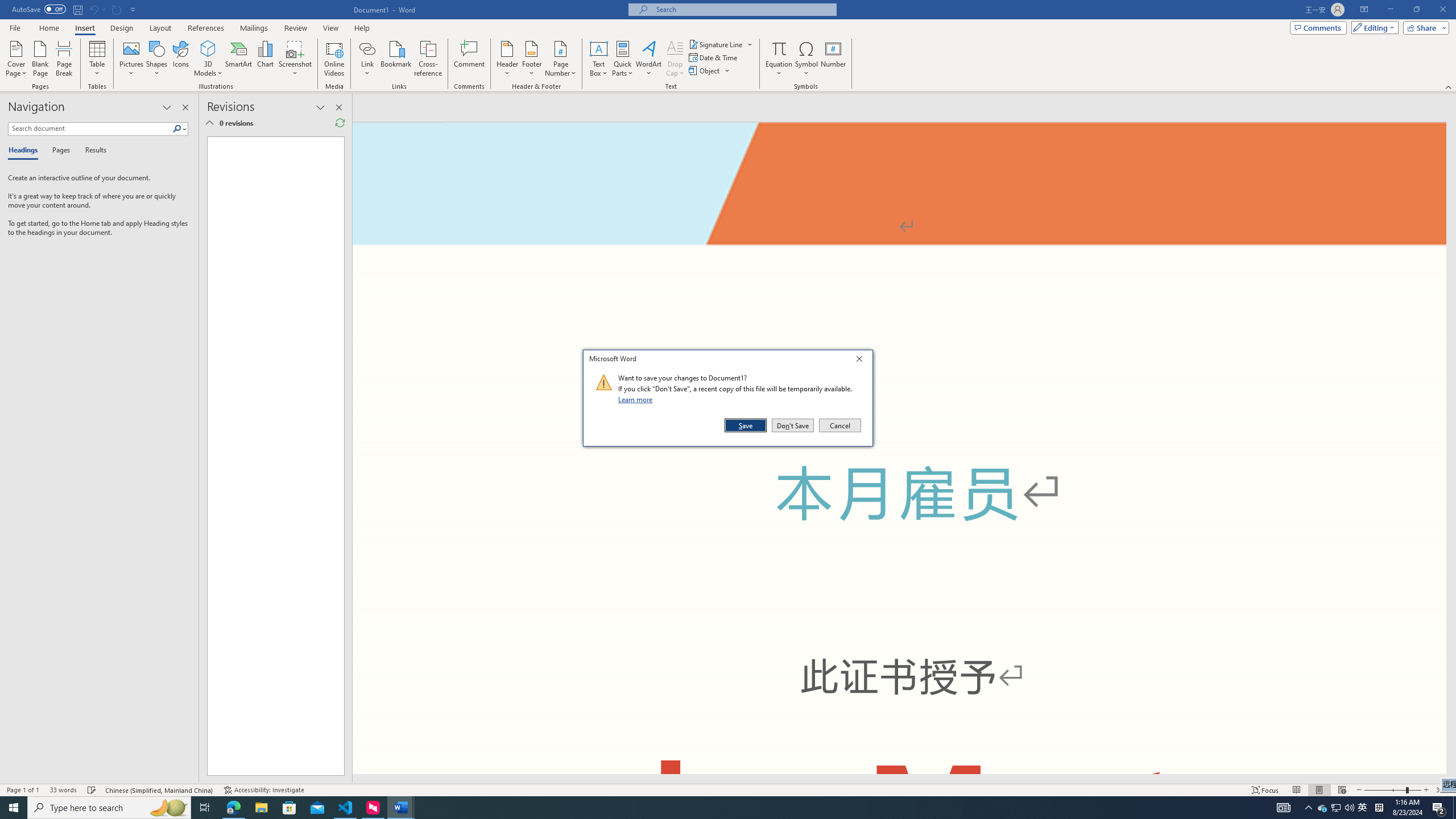  Describe the element at coordinates (833, 59) in the screenshot. I see `'Number...'` at that location.